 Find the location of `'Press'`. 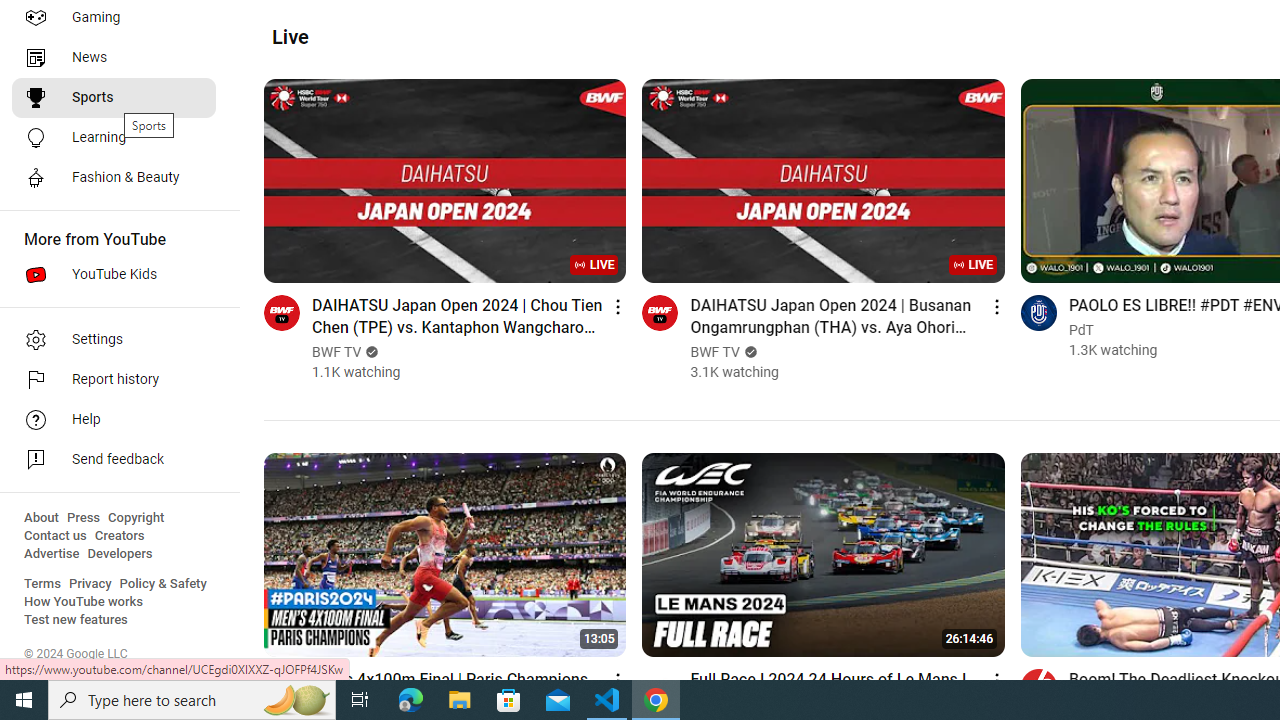

'Press' is located at coordinates (82, 517).